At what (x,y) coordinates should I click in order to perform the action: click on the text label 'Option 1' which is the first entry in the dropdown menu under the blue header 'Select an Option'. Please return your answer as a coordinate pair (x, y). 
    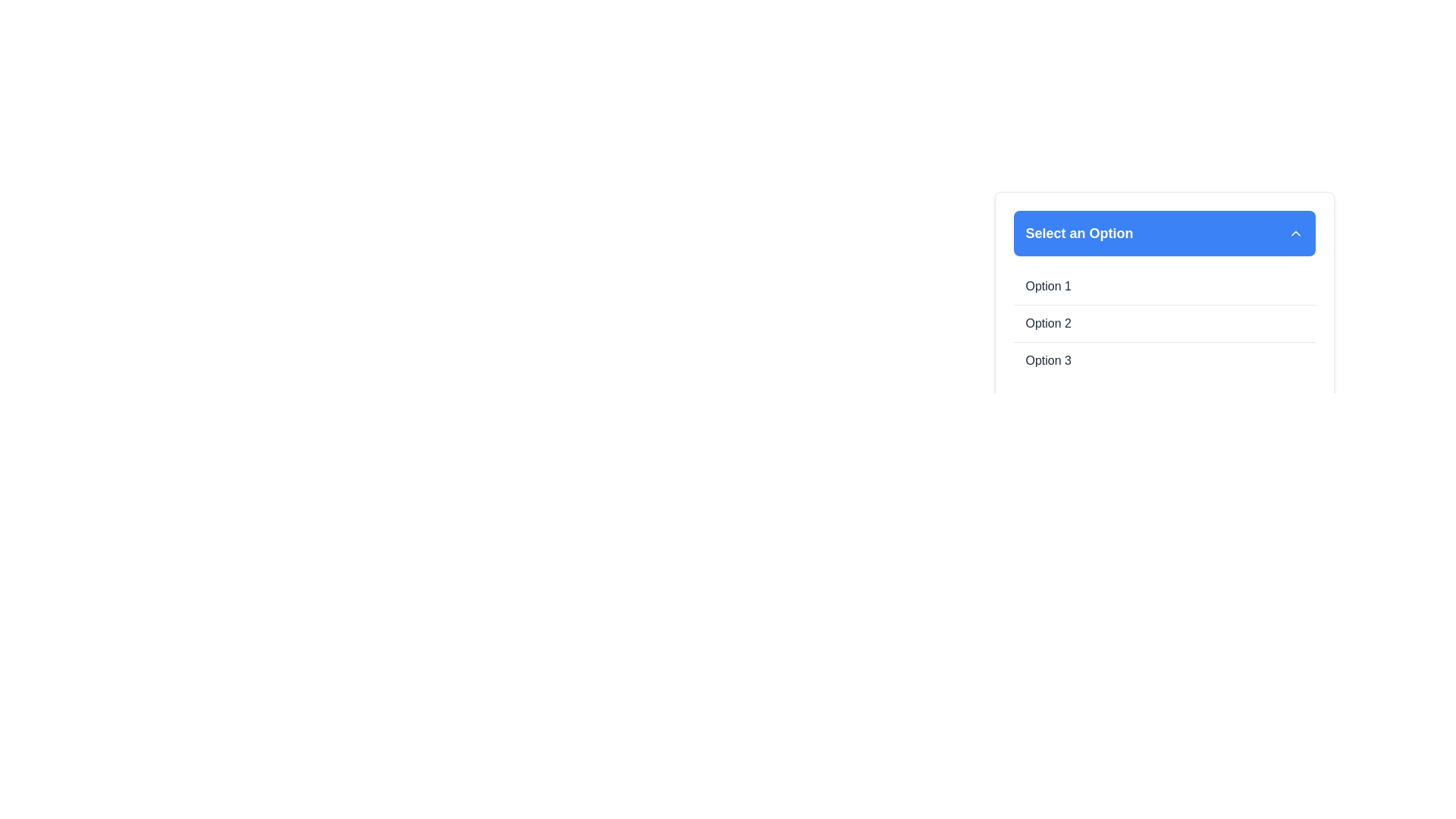
    Looking at the image, I should click on (1047, 287).